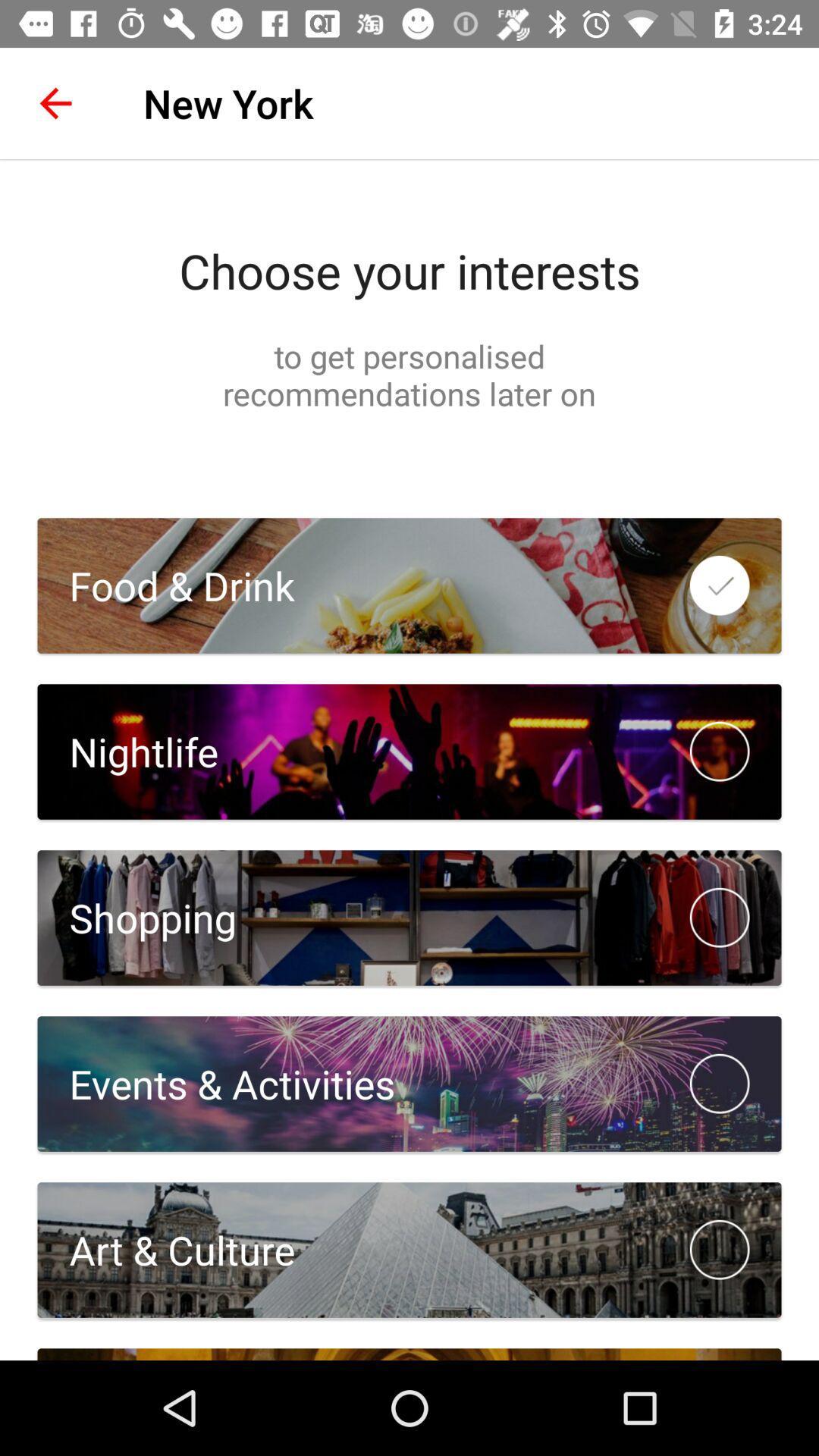  What do you see at coordinates (127, 752) in the screenshot?
I see `nightlife icon` at bounding box center [127, 752].